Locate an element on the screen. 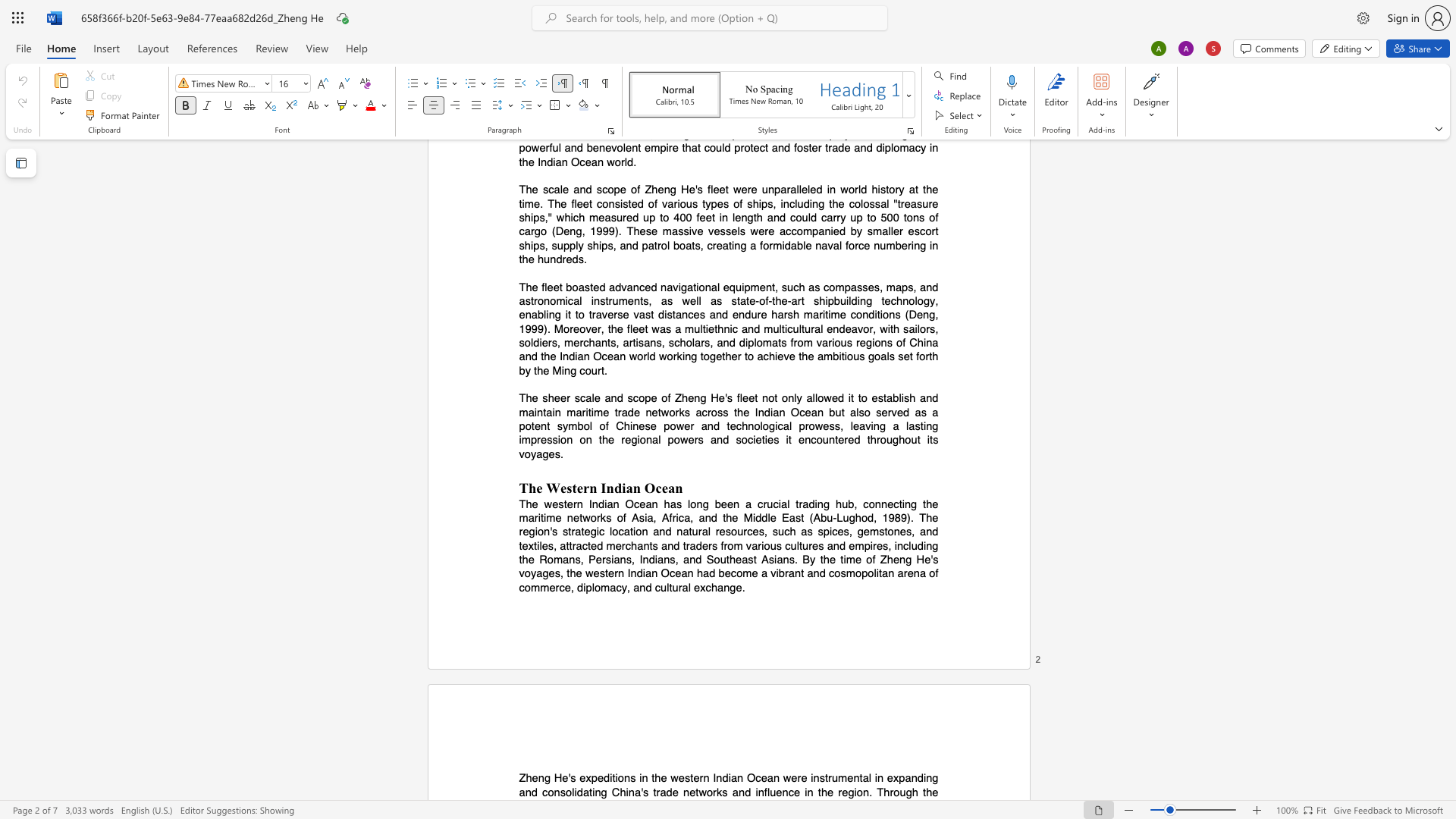 This screenshot has width=1456, height=819. the subset text "e Western Indian O" within the text "The Western Indian Ocean" is located at coordinates (536, 488).